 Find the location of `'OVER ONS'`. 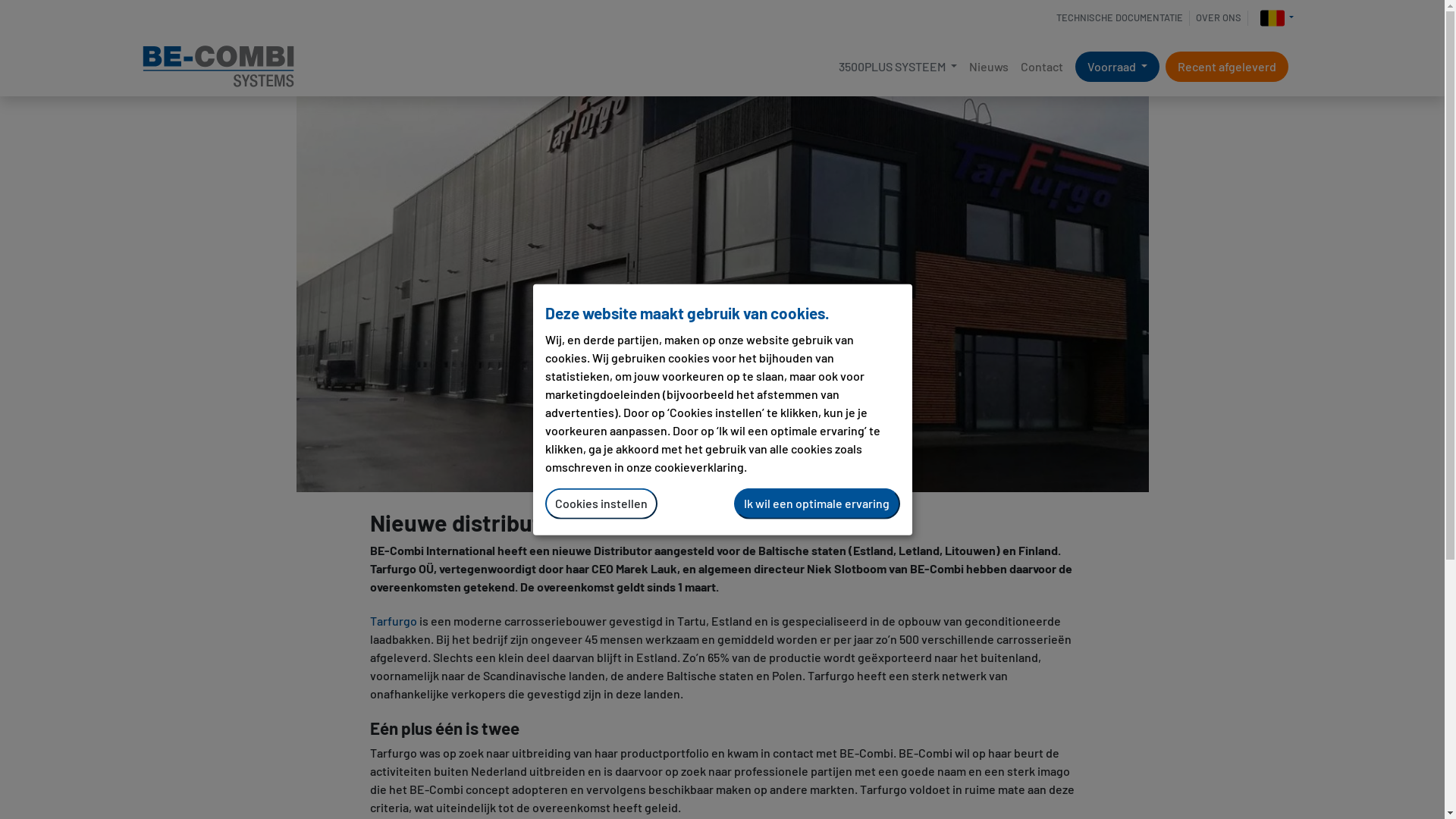

'OVER ONS' is located at coordinates (1219, 17).